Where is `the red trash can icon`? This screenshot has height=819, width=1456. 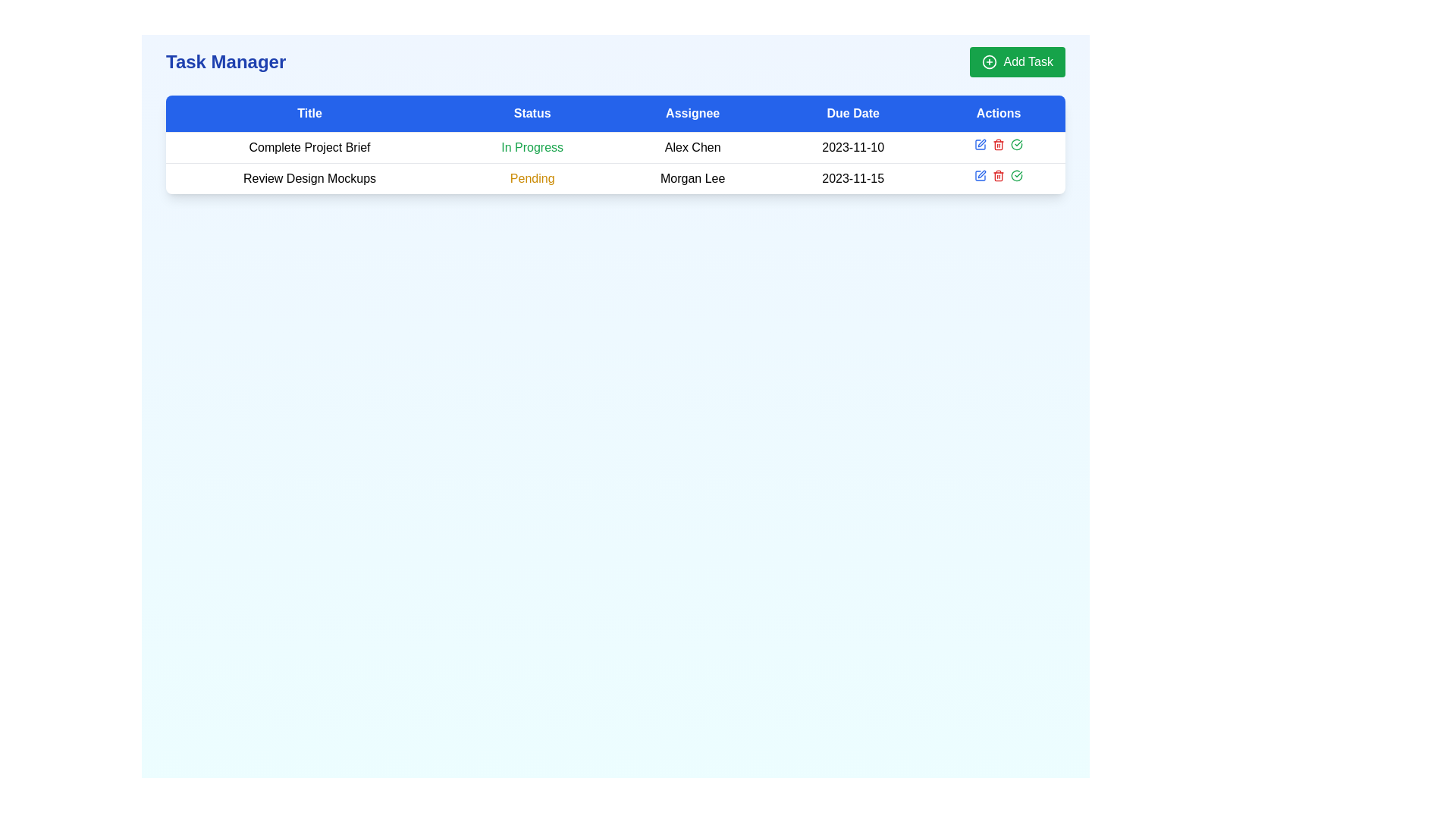 the red trash can icon is located at coordinates (999, 145).